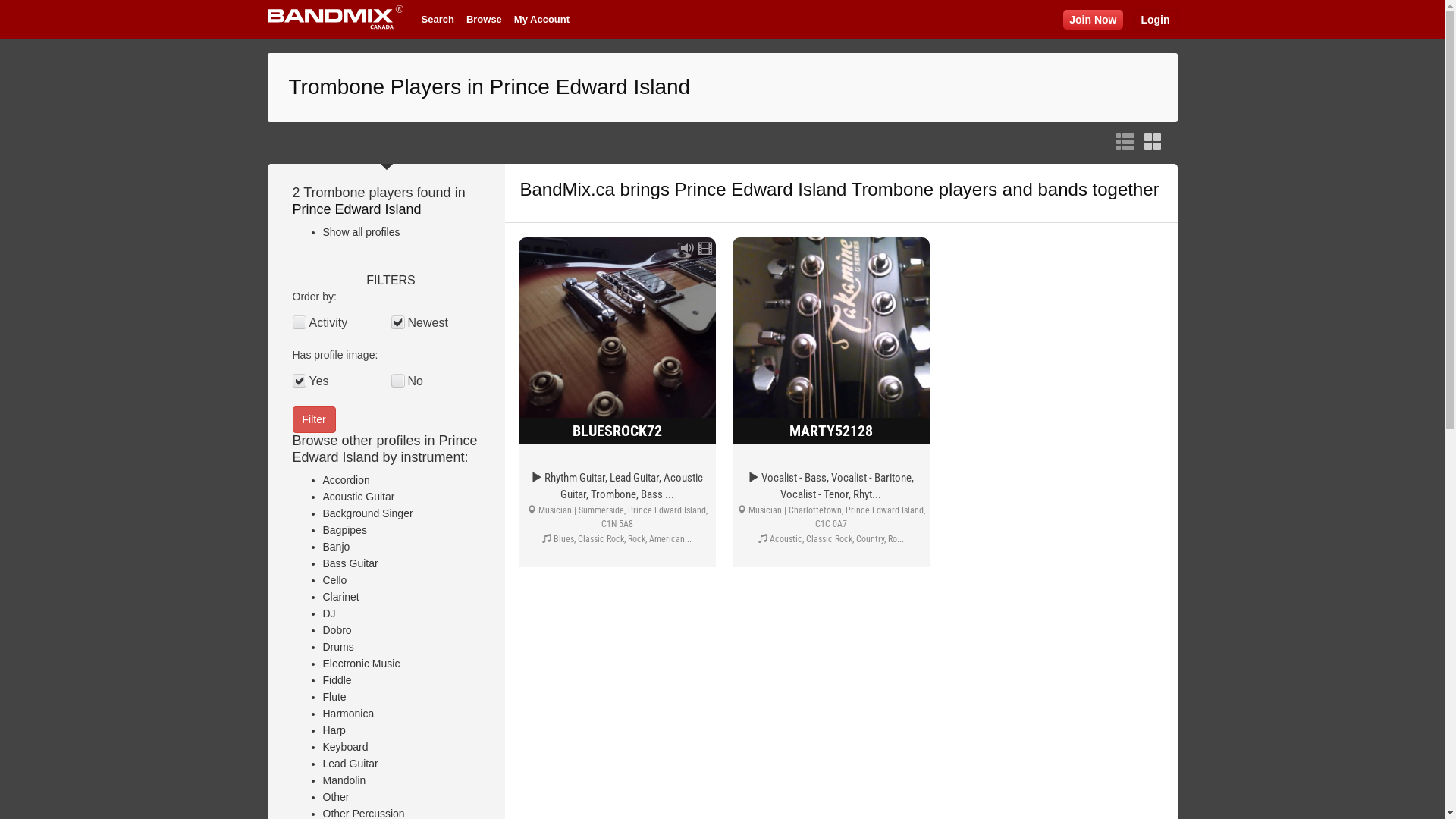 The image size is (1456, 819). What do you see at coordinates (345, 479) in the screenshot?
I see `'Accordion'` at bounding box center [345, 479].